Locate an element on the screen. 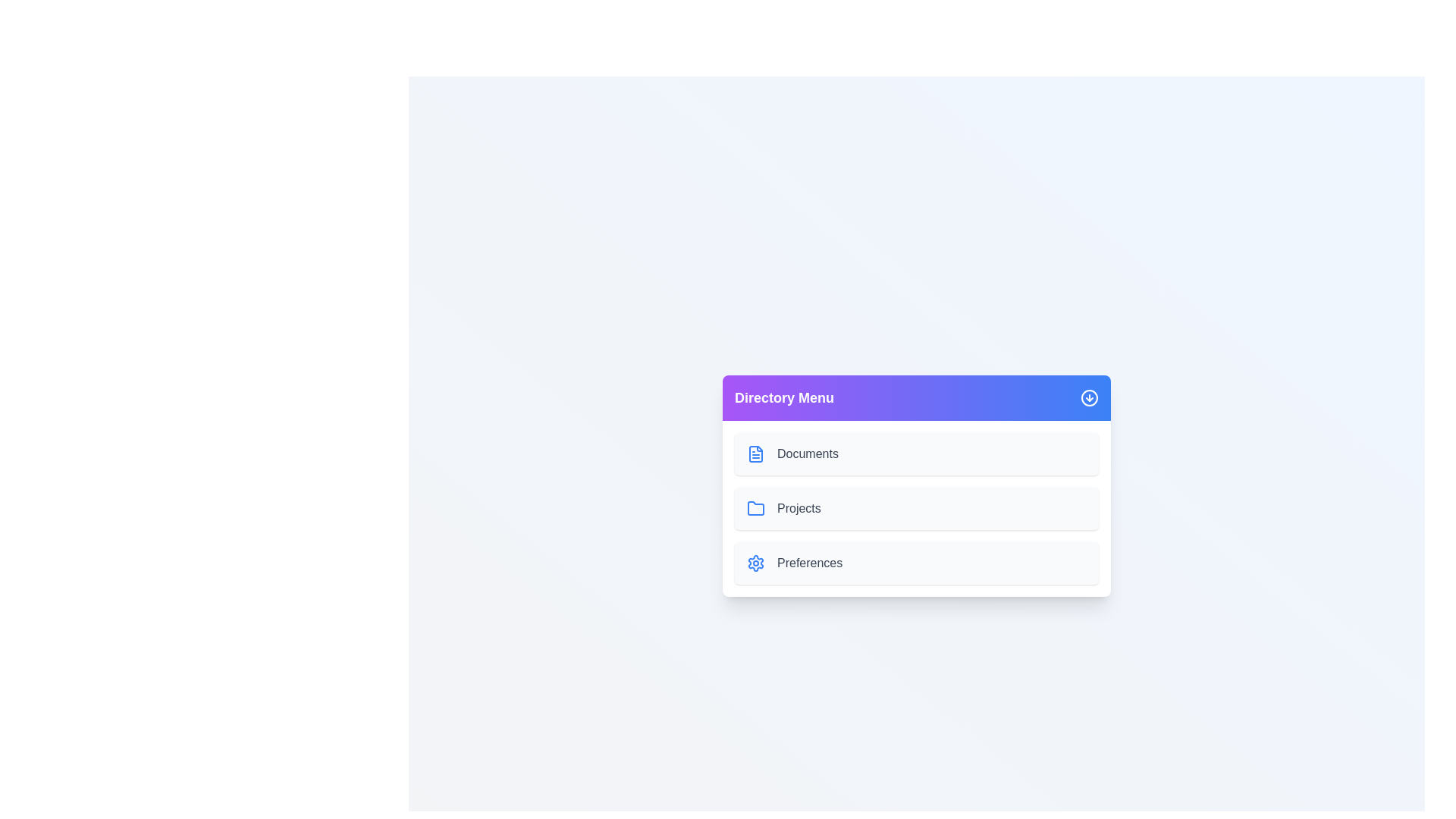  the item Projects to observe its hover effect is located at coordinates (916, 509).